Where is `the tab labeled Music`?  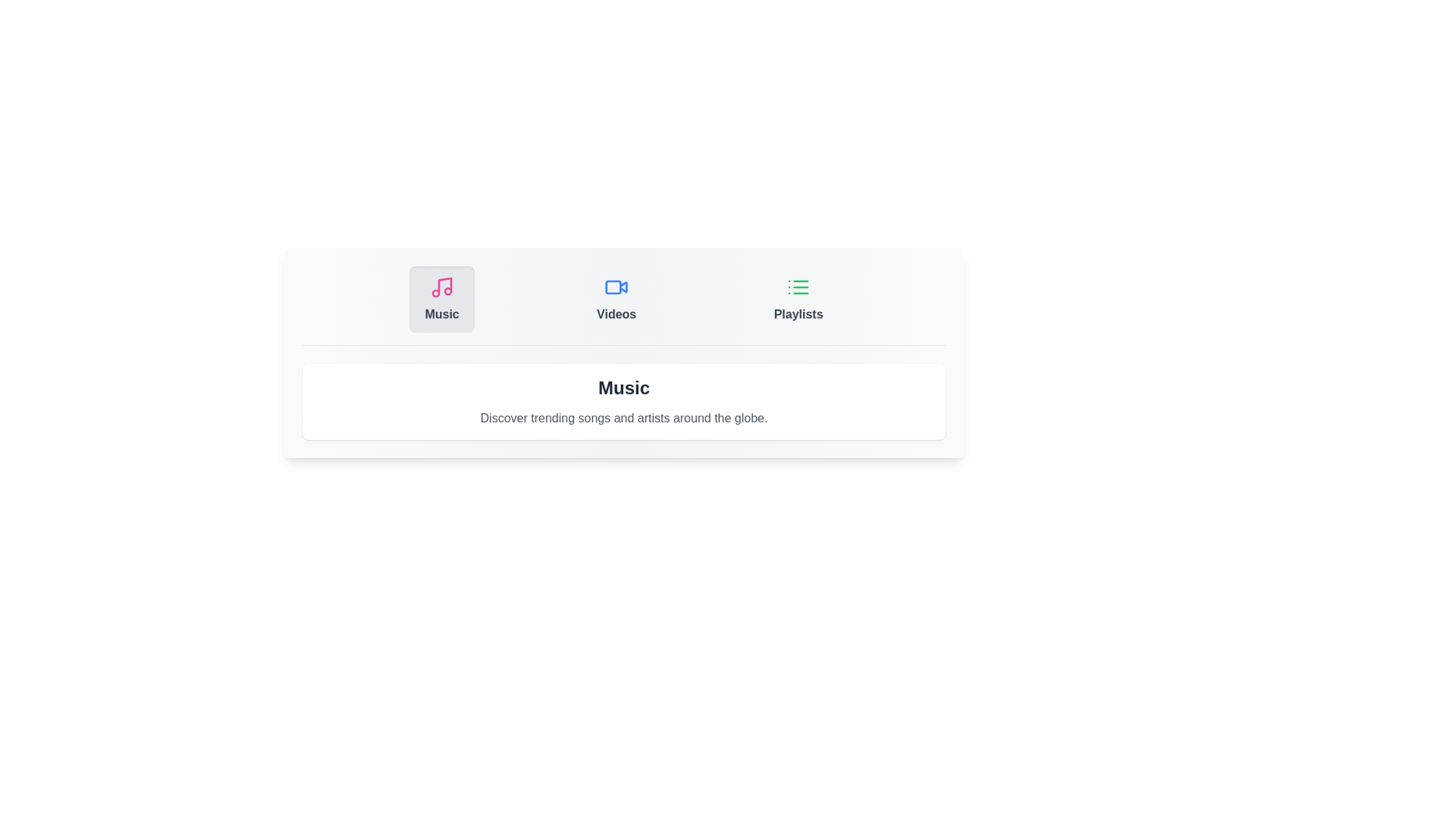 the tab labeled Music is located at coordinates (441, 299).